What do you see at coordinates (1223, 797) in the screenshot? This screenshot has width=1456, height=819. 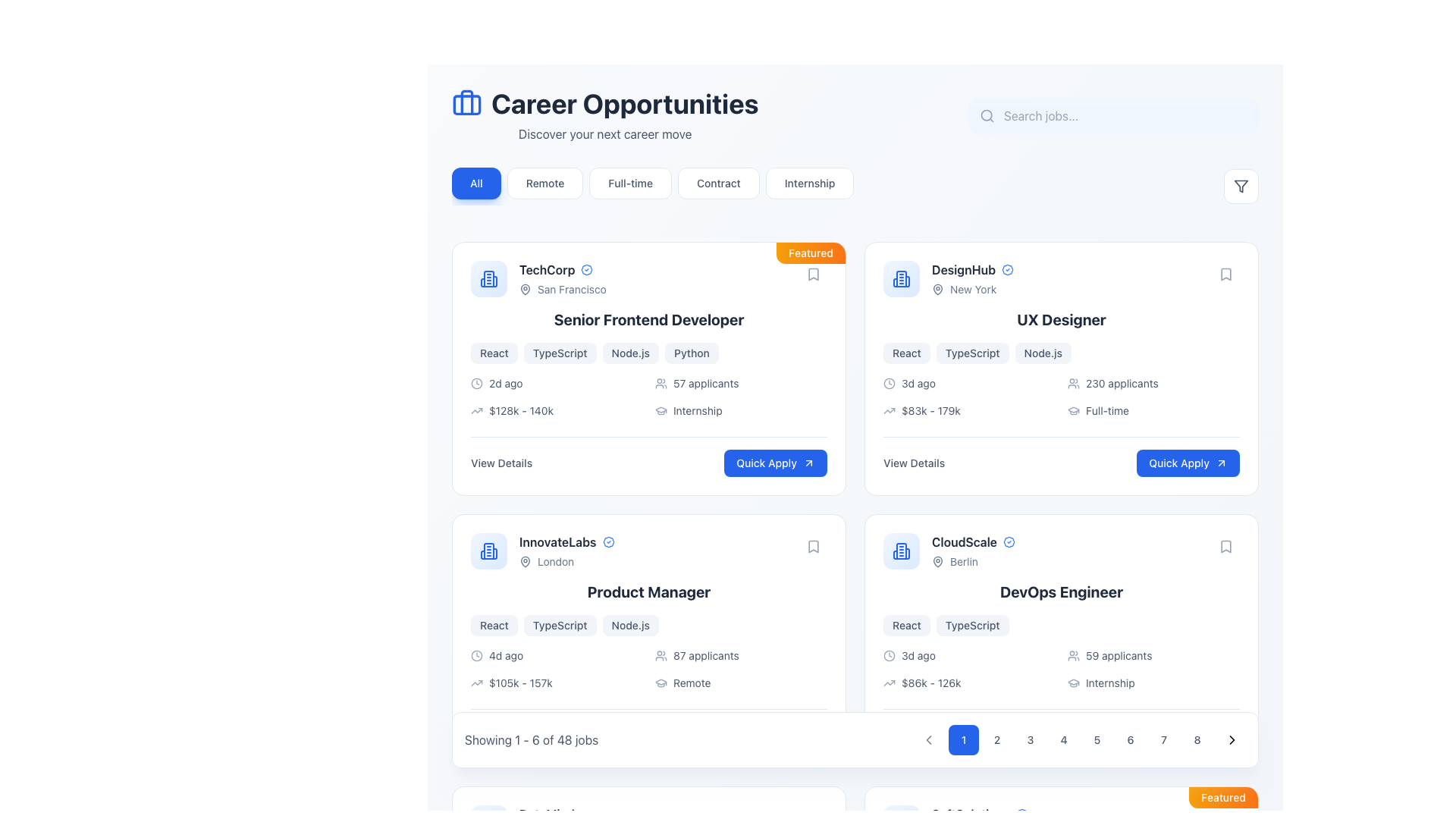 I see `the 'Featured' badge located in the top-right corner of the job listing card, which has a gradient background transitioning from amber to orange and features bold white text` at bounding box center [1223, 797].